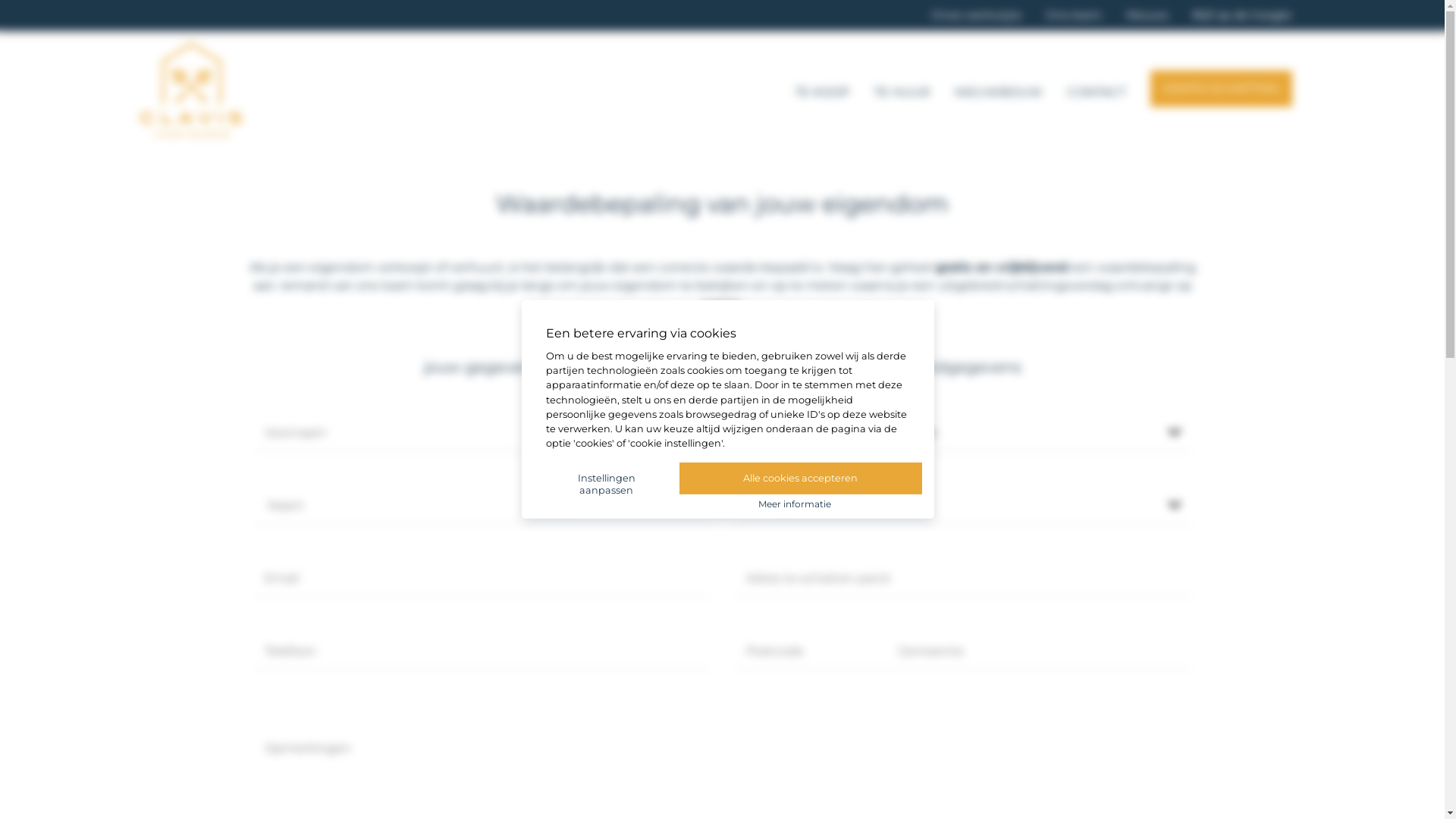 The height and width of the screenshot is (819, 1456). I want to click on 'NIEUWBOUW', so click(998, 89).